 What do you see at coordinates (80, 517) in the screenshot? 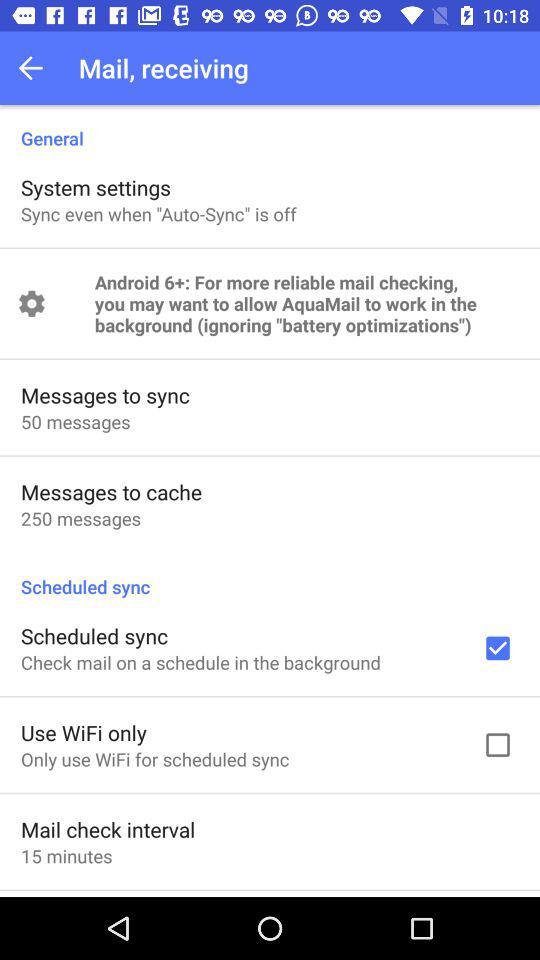
I see `250 messages app` at bounding box center [80, 517].